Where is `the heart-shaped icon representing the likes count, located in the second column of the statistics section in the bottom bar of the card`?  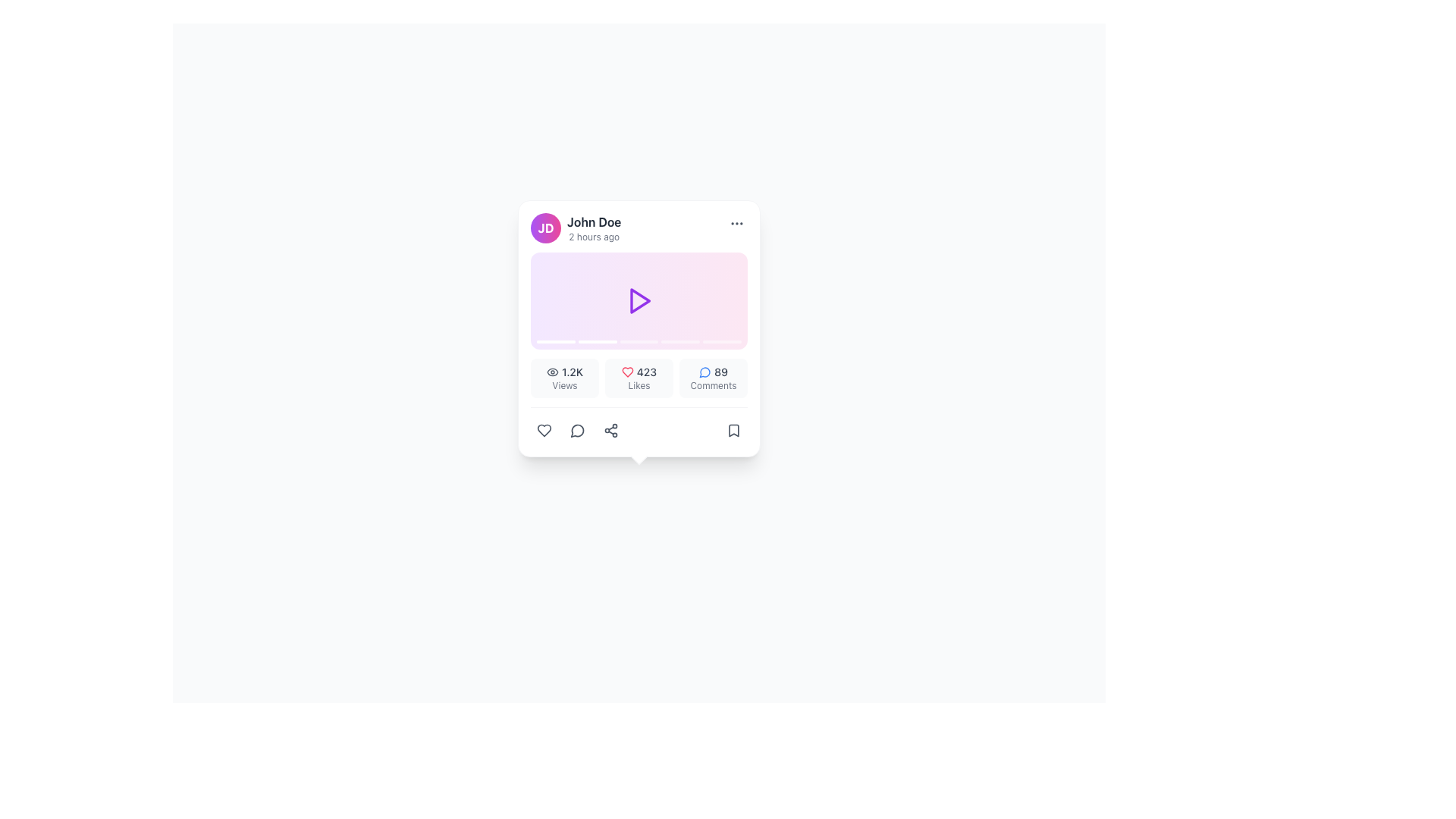 the heart-shaped icon representing the likes count, located in the second column of the statistics section in the bottom bar of the card is located at coordinates (544, 430).